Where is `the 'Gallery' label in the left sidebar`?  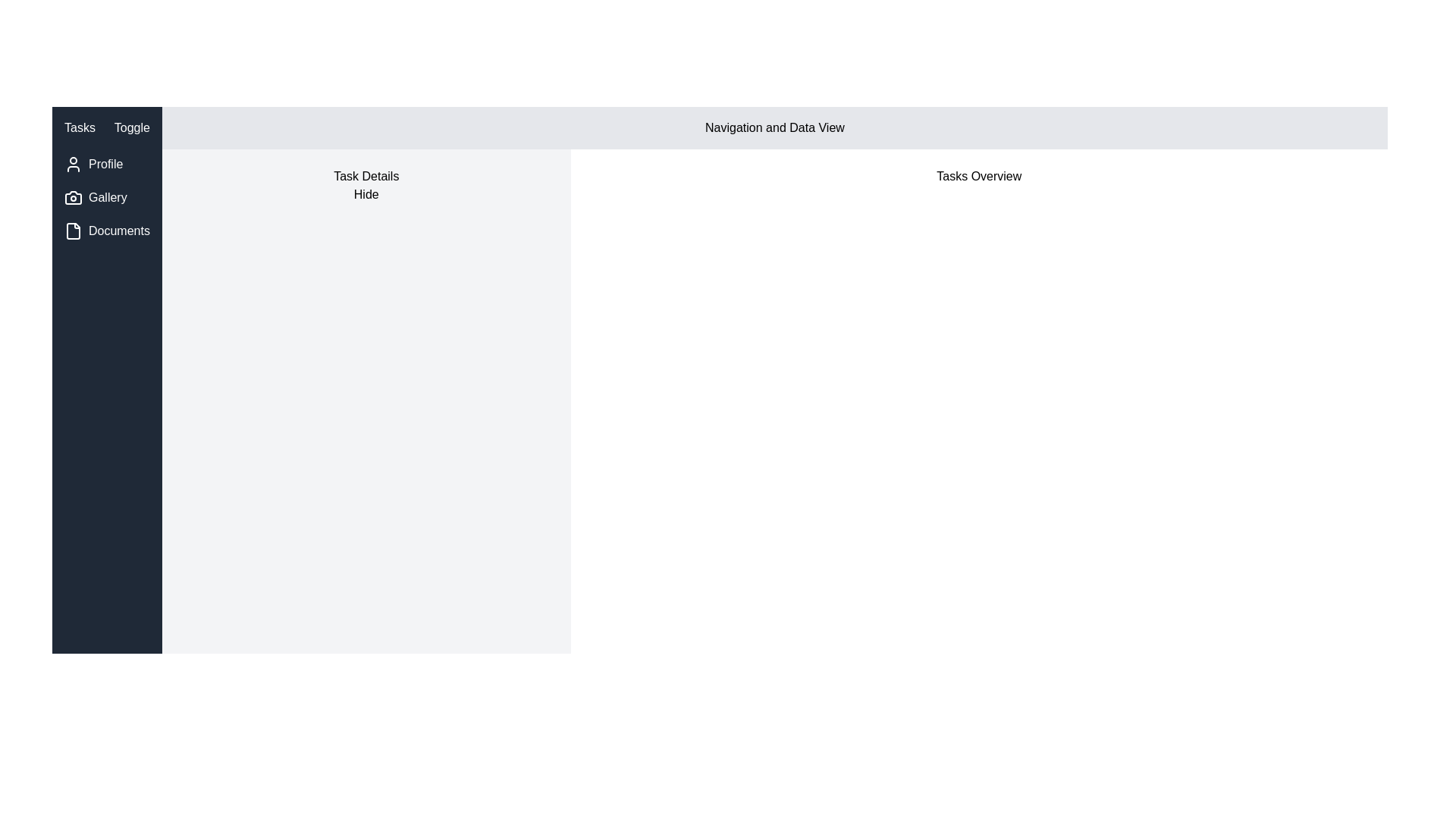
the 'Gallery' label in the left sidebar is located at coordinates (107, 197).